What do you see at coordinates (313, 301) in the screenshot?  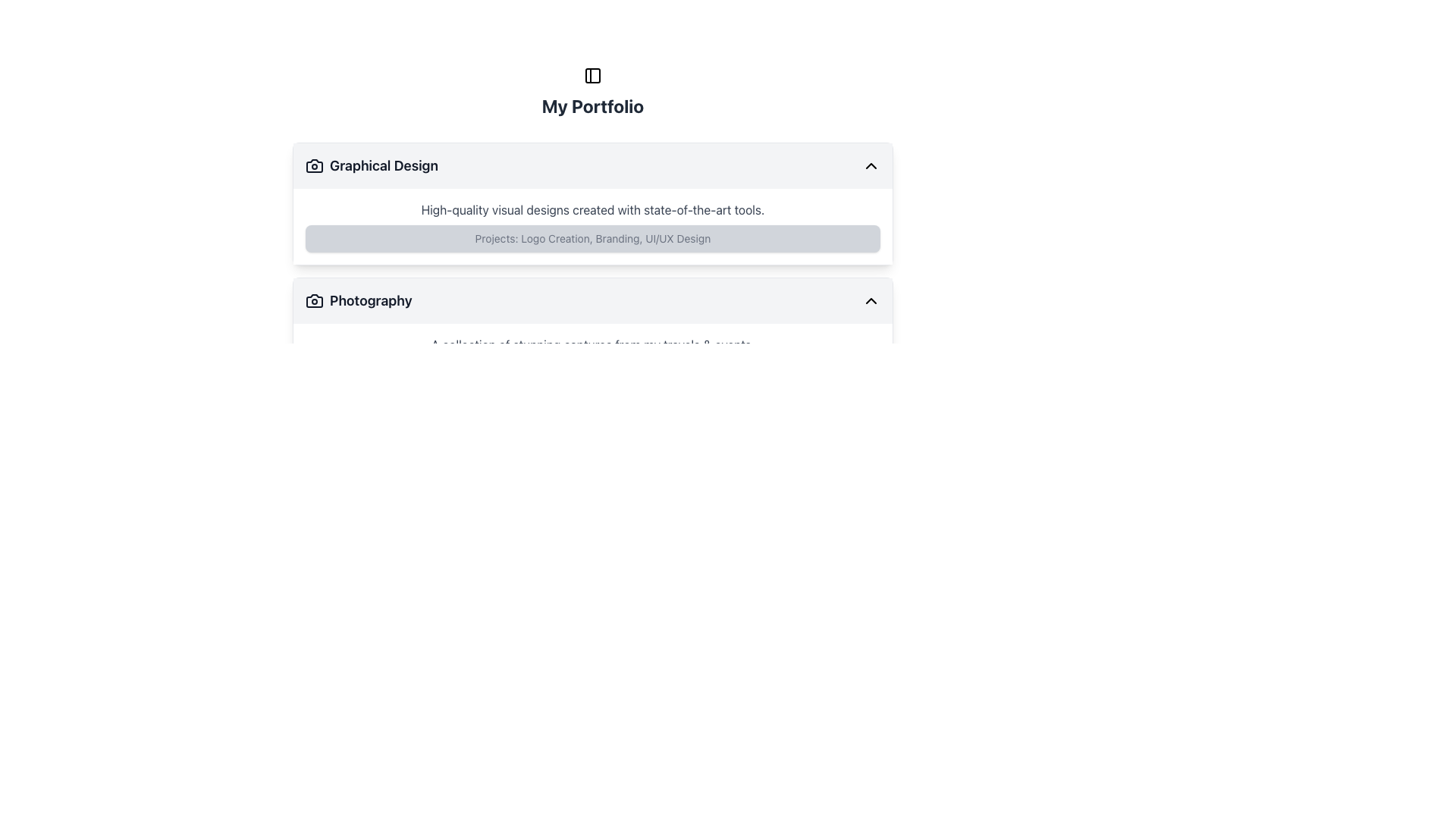 I see `the outlined camera icon located at the start of the 'Photography' section, which is positioned to the left of the bold 'Photography' text` at bounding box center [313, 301].